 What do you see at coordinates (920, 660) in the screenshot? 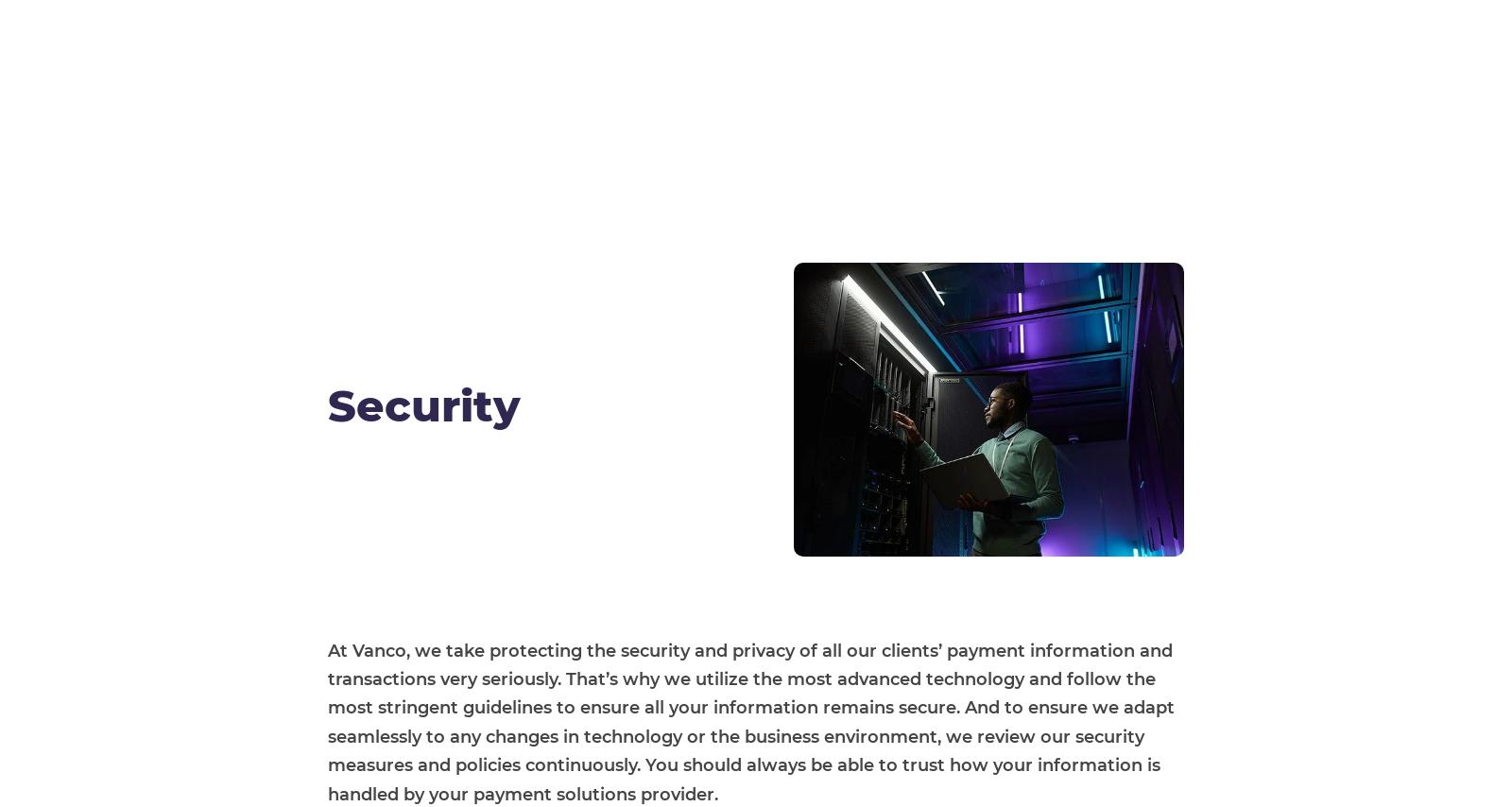
I see `'Operations'` at bounding box center [920, 660].